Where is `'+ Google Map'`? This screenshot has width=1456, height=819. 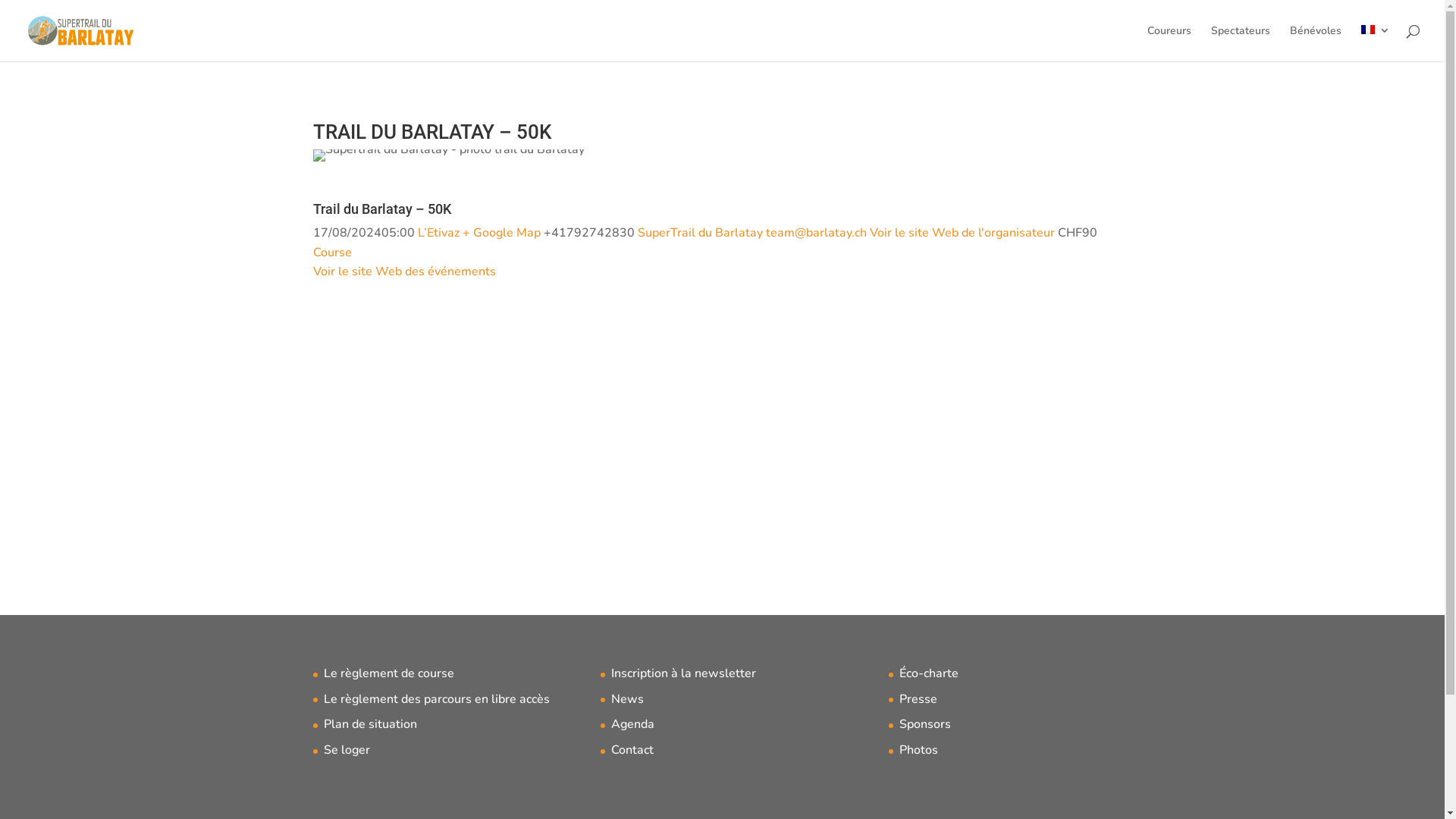 '+ Google Map' is located at coordinates (461, 233).